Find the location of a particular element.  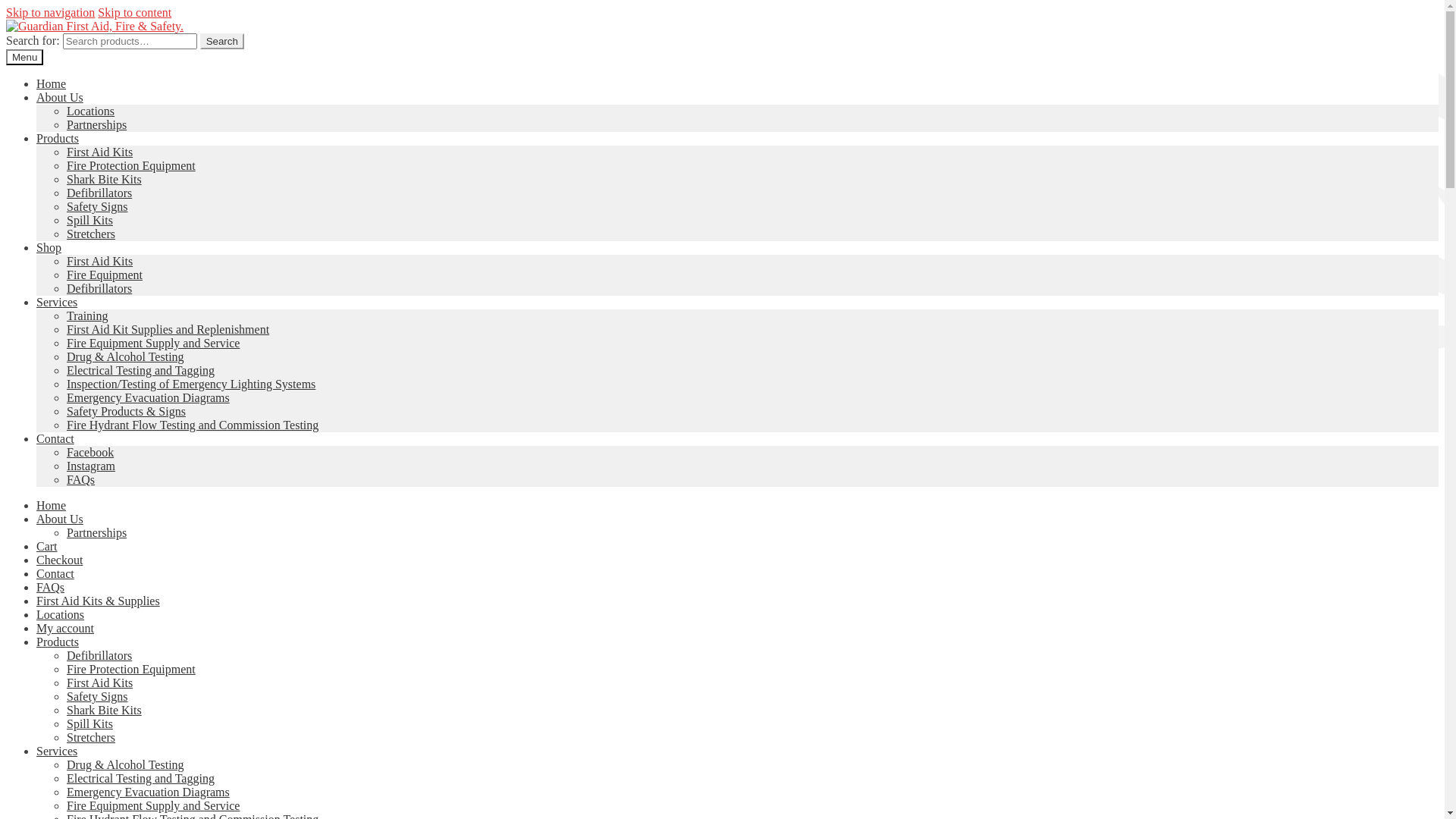

'FAQs' is located at coordinates (50, 586).